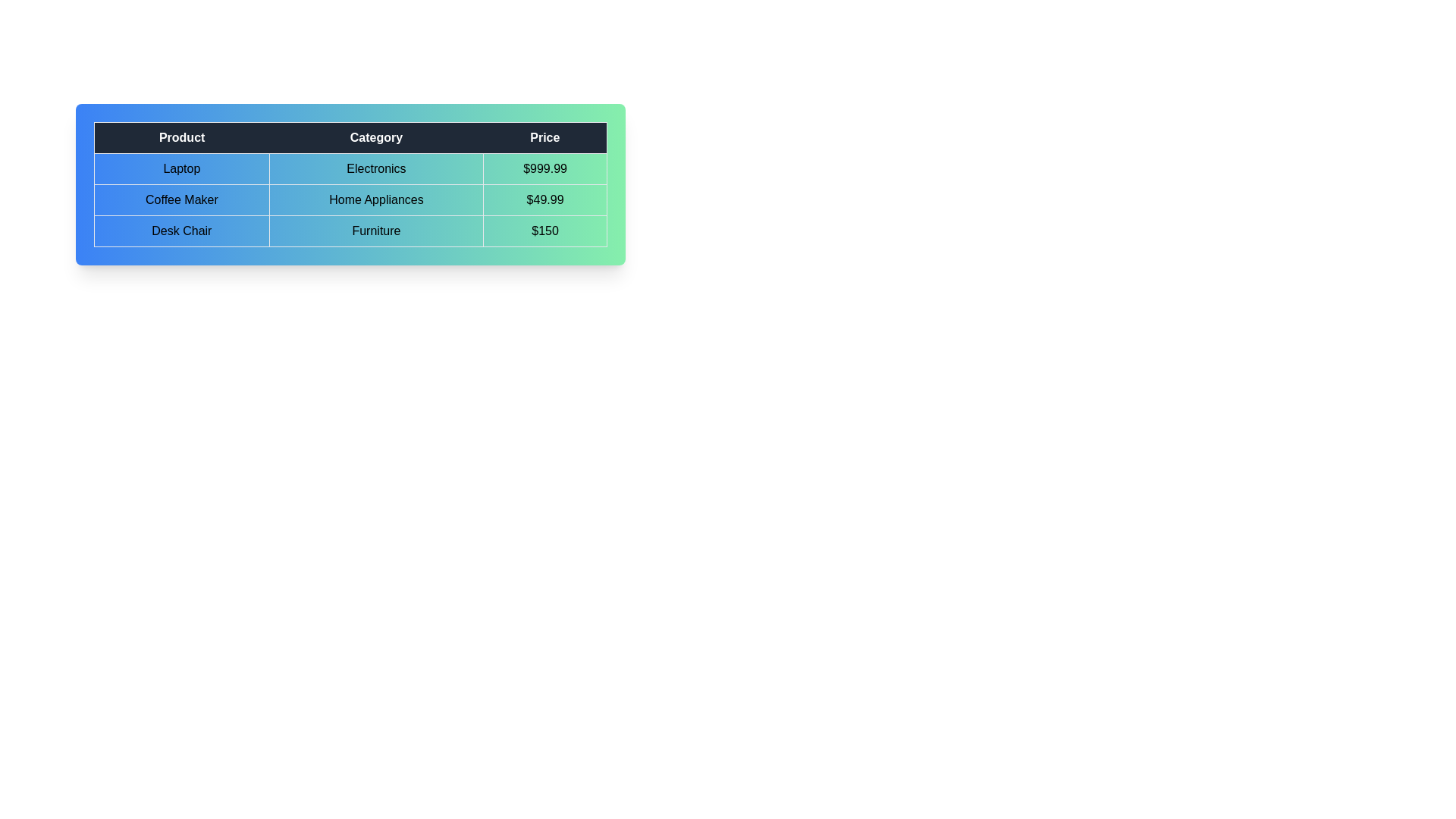 Image resolution: width=1456 pixels, height=819 pixels. Describe the element at coordinates (376, 137) in the screenshot. I see `the Text Label element with the text 'Category', which is located in the second column of the header structure` at that location.